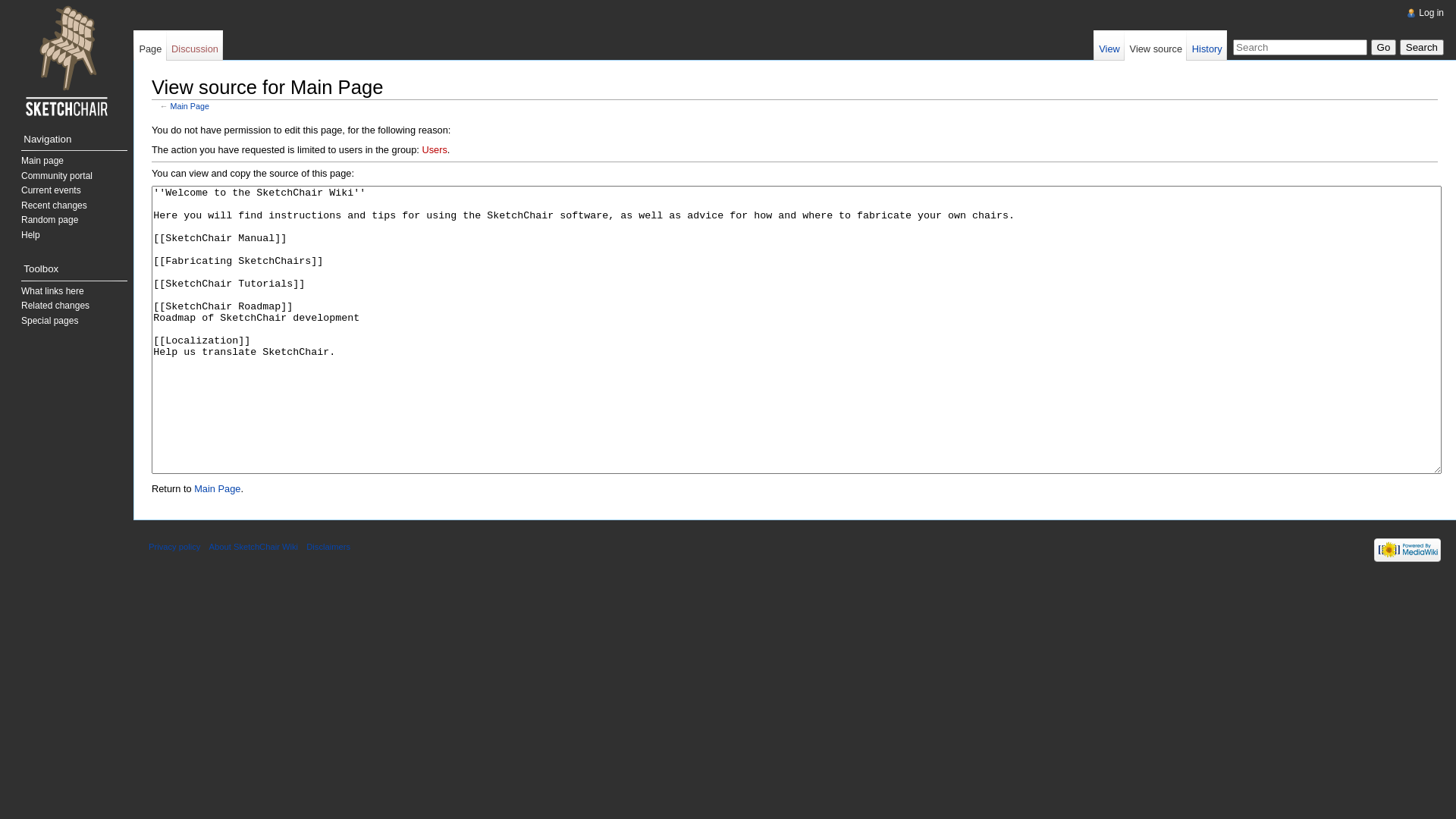 This screenshot has height=819, width=1456. I want to click on 'Go', so click(1383, 46).